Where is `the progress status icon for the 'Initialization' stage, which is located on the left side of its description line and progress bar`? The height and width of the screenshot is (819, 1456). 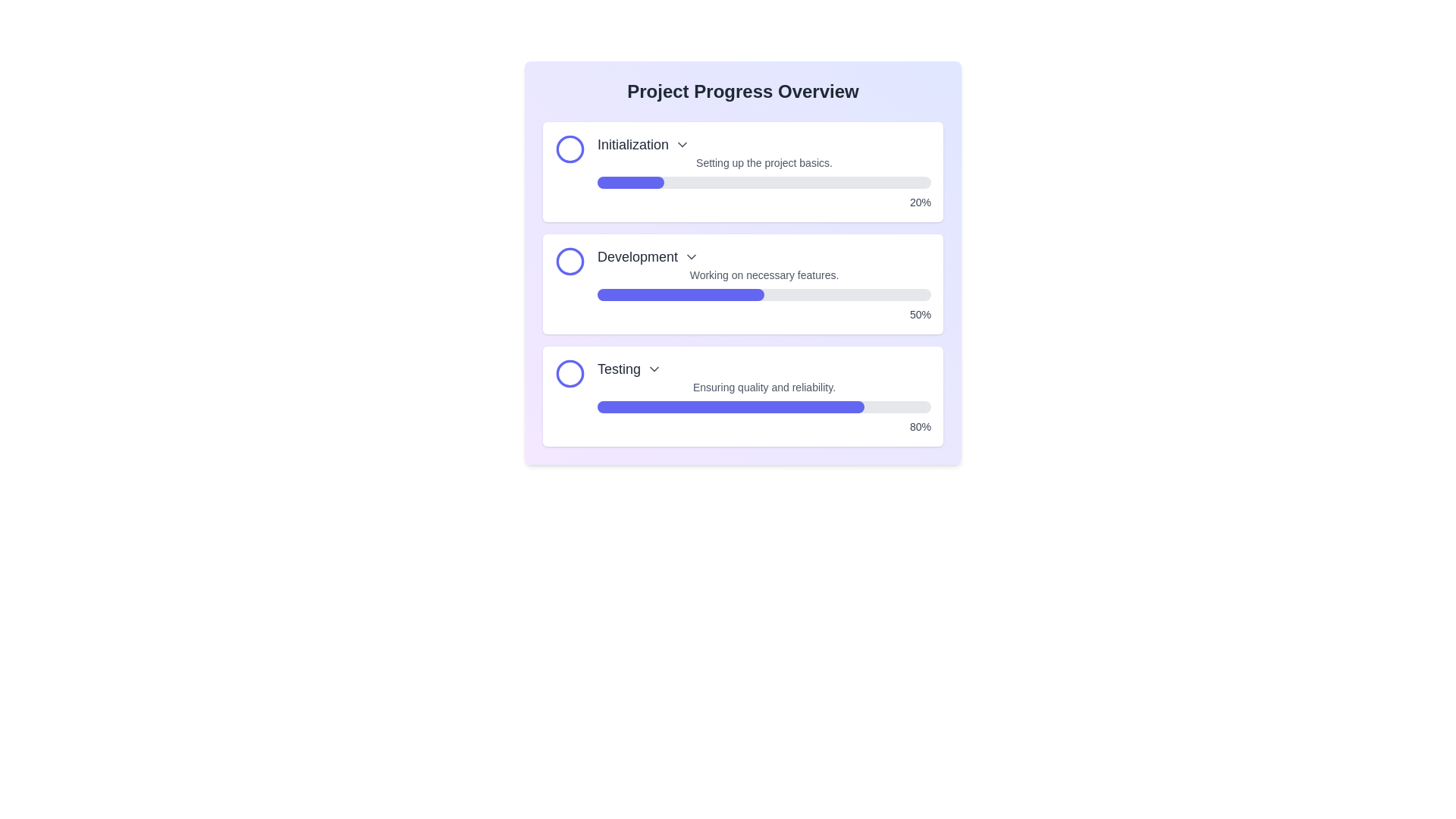
the progress status icon for the 'Initialization' stage, which is located on the left side of its description line and progress bar is located at coordinates (570, 149).